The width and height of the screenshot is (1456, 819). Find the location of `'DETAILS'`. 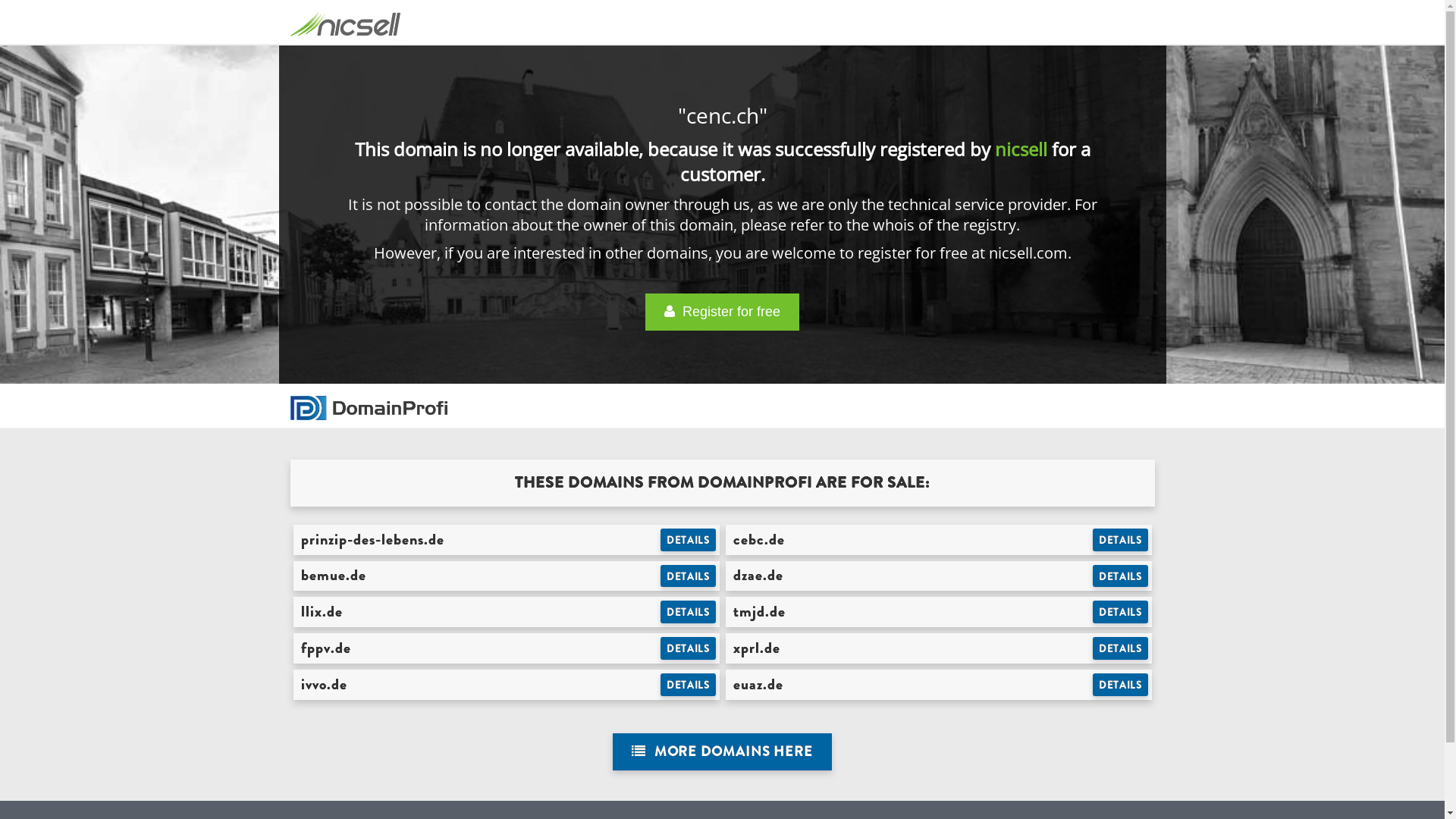

'DETAILS' is located at coordinates (687, 684).